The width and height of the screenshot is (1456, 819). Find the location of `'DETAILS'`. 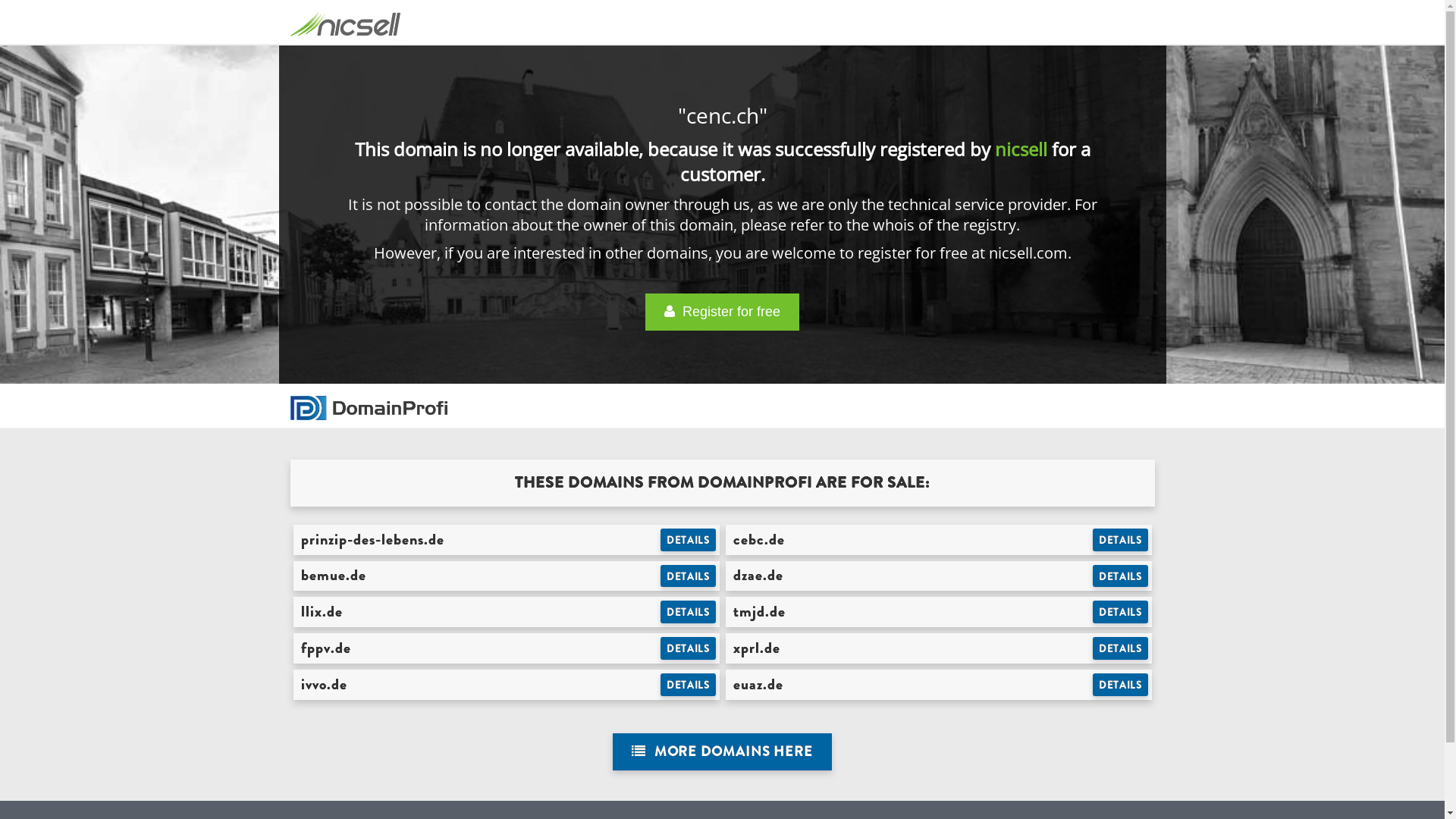

'DETAILS' is located at coordinates (687, 684).